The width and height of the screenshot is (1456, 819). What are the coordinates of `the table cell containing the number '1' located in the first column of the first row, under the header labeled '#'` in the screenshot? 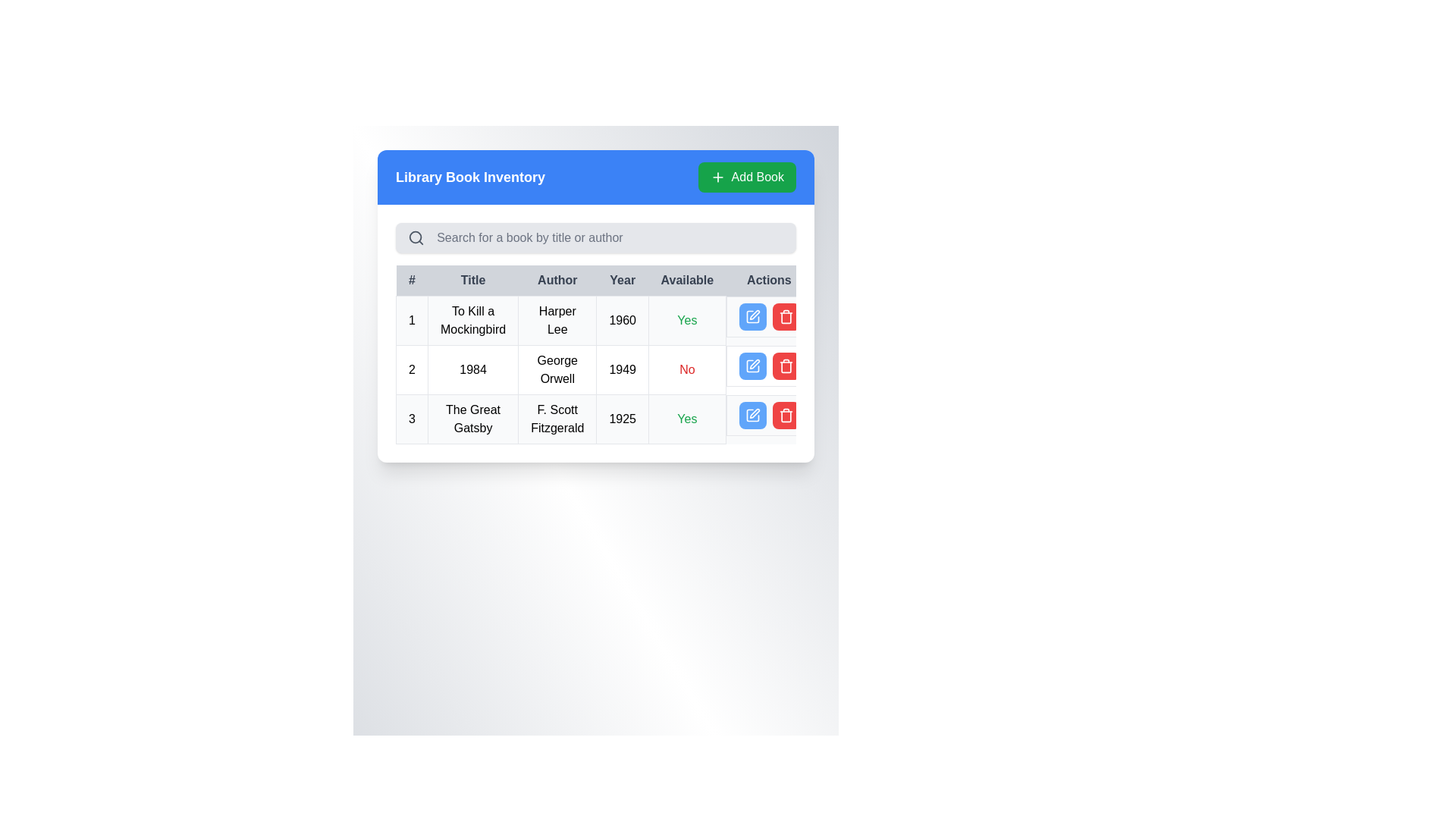 It's located at (412, 320).